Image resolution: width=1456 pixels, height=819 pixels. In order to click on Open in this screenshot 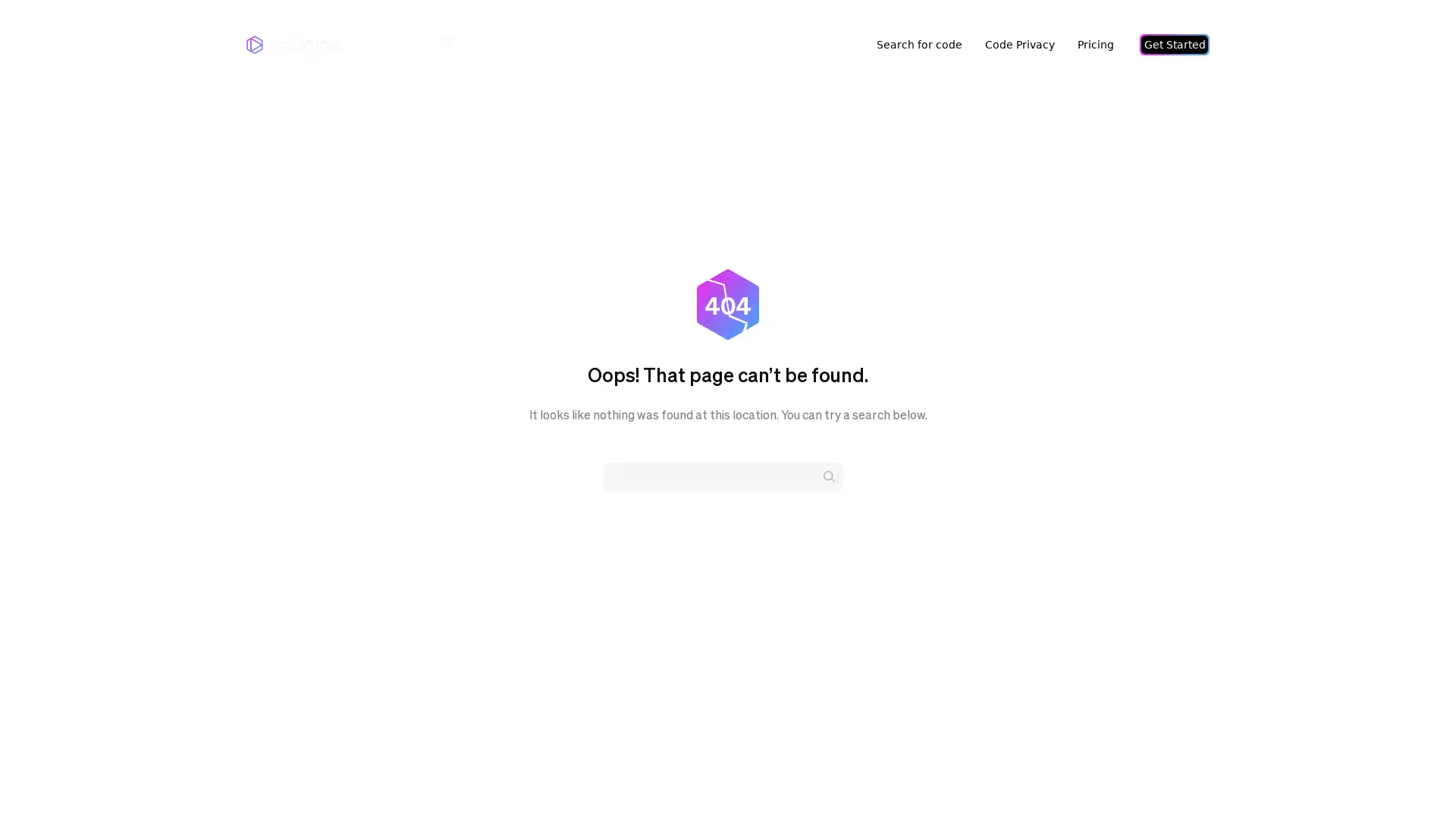, I will do `click(1410, 778)`.